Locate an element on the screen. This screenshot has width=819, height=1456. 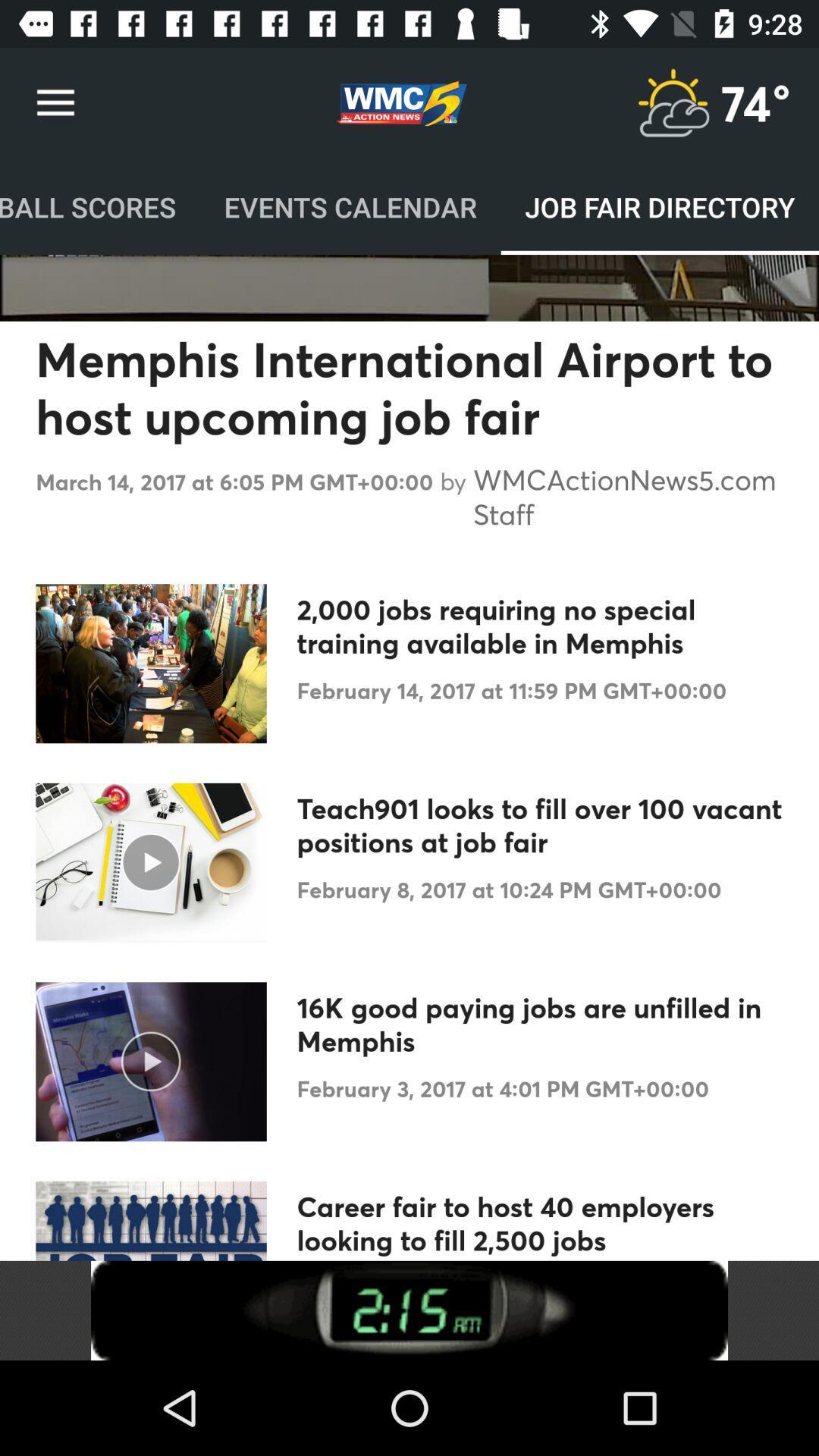
app timer pop up display is located at coordinates (409, 1310).